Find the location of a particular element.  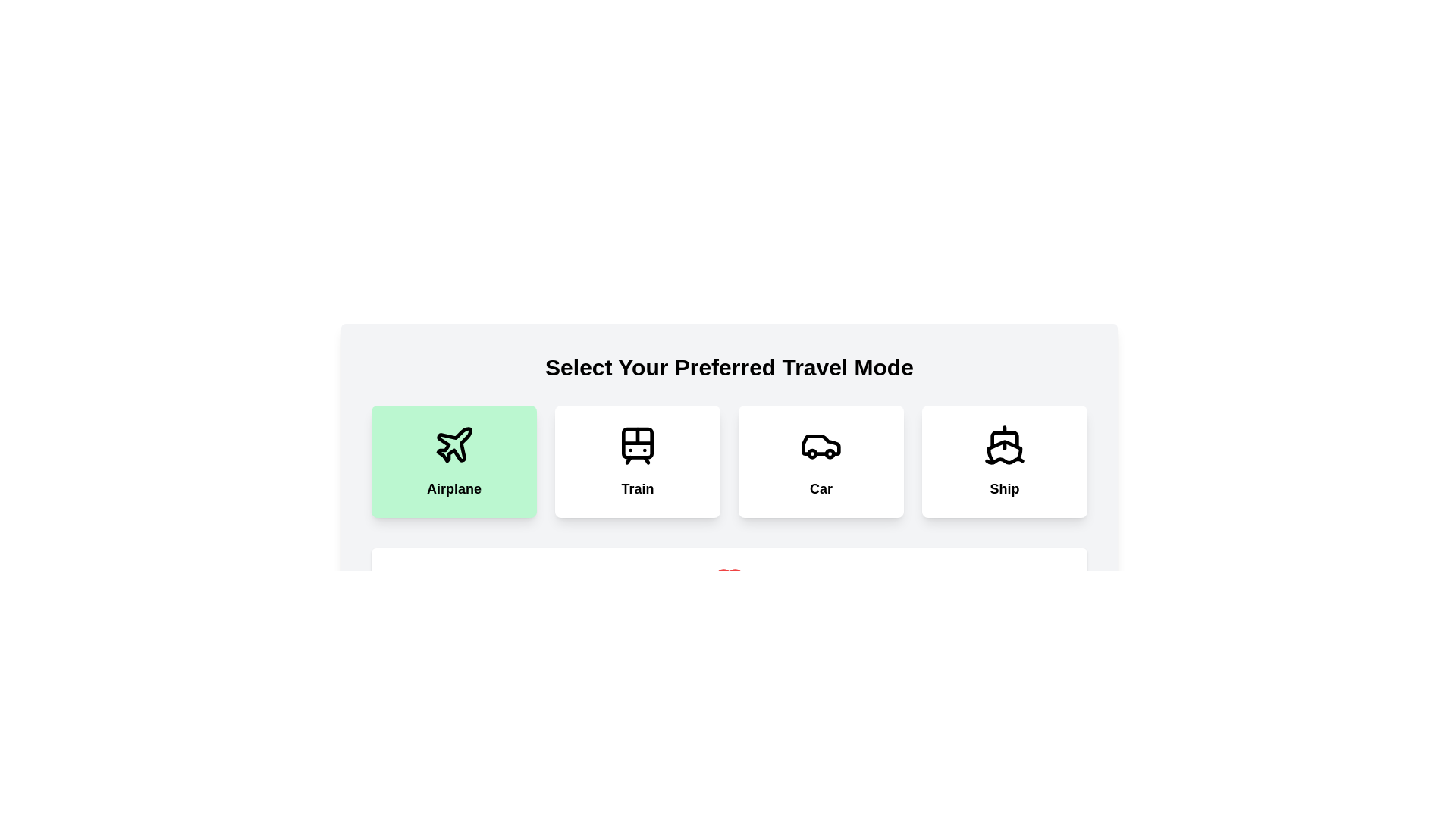

the 'Train' travel mode icon, which is the second icon in a horizontally aligned list of four icons under the title 'Select Your Preferred Travel Mode' is located at coordinates (637, 444).